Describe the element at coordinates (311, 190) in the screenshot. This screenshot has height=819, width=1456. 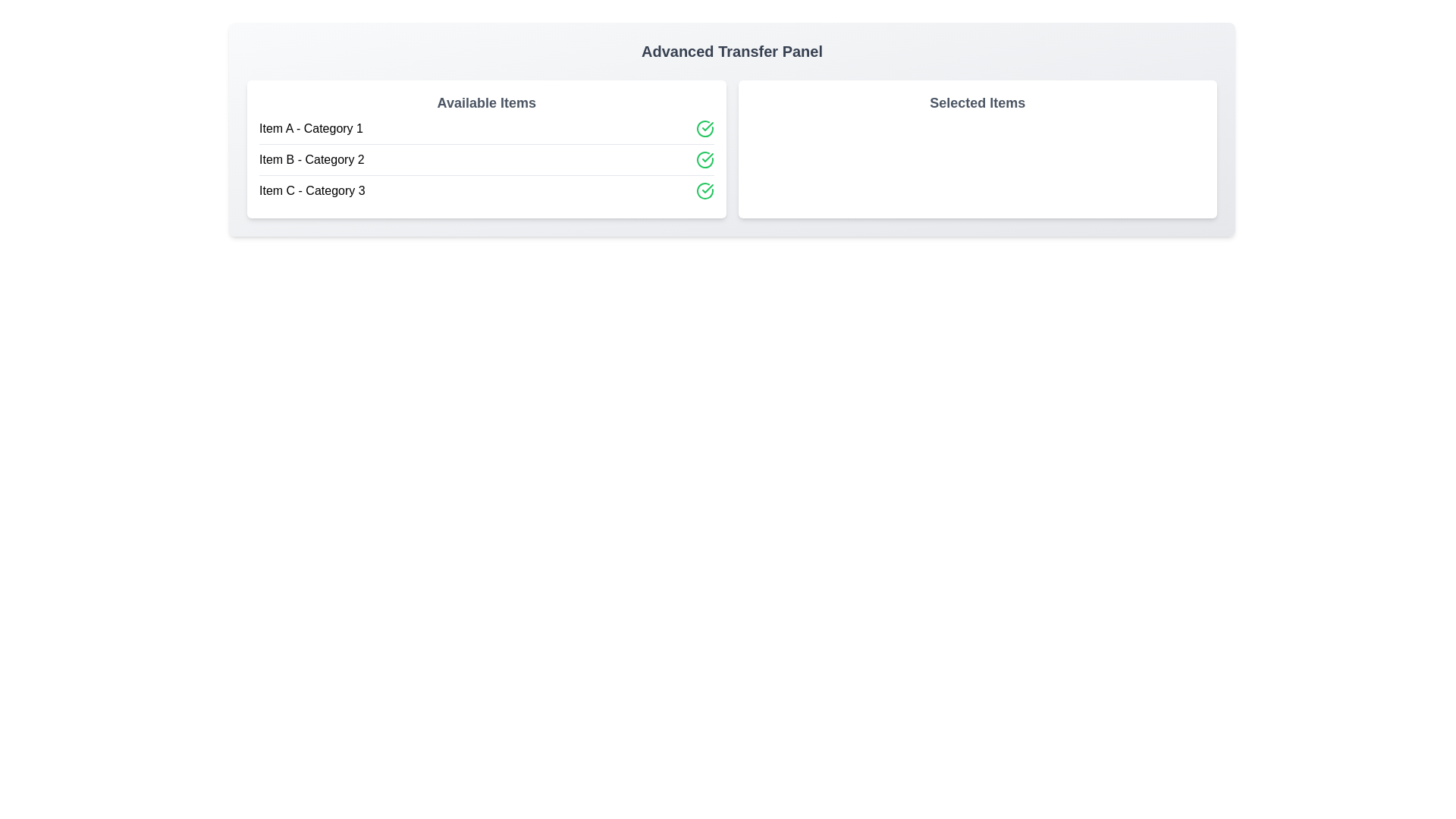
I see `the text label displaying 'Item C - Category 3'` at that location.